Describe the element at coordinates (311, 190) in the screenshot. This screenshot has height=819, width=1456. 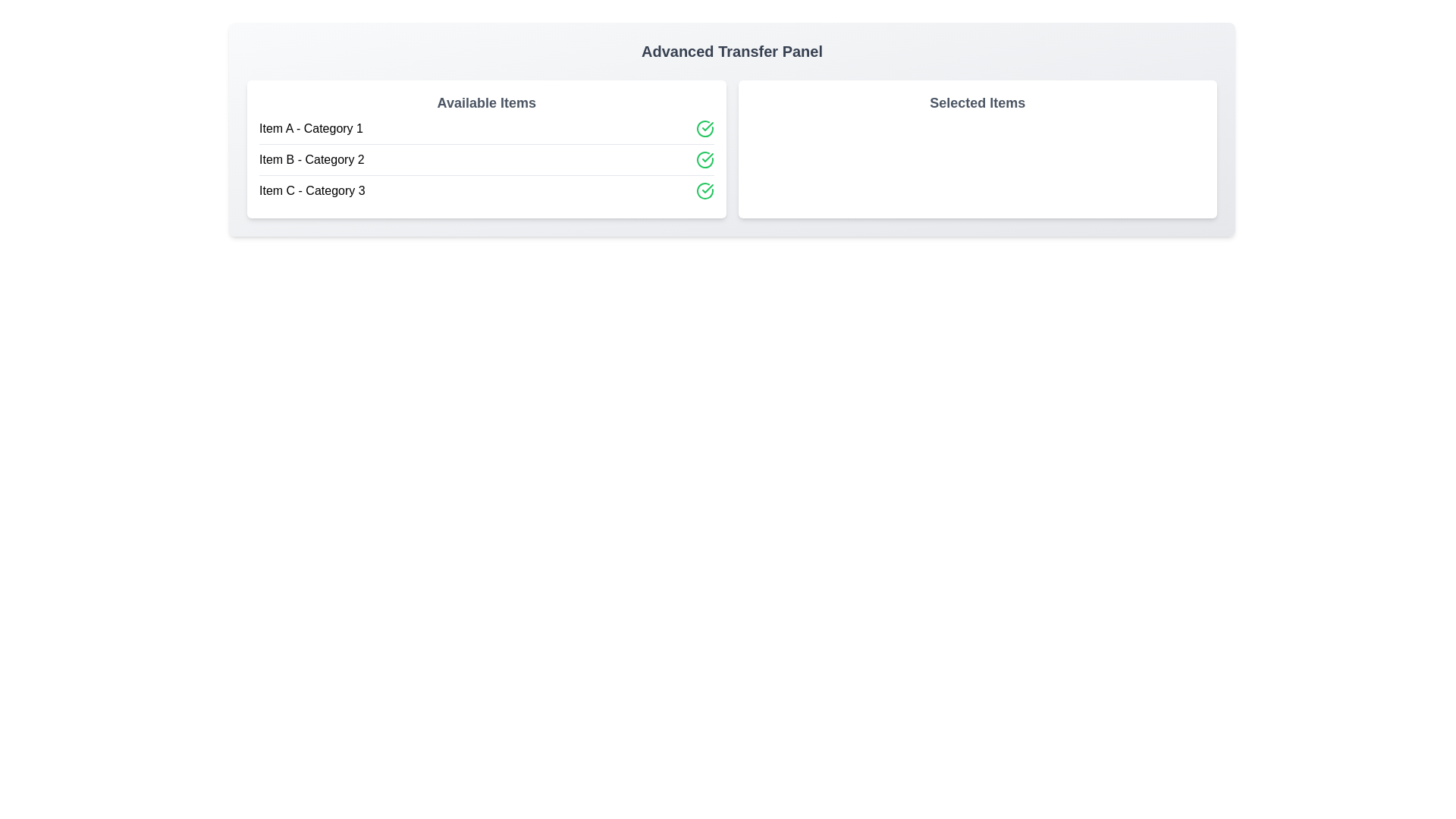
I see `the text label displaying 'Item C - Category 3'` at that location.